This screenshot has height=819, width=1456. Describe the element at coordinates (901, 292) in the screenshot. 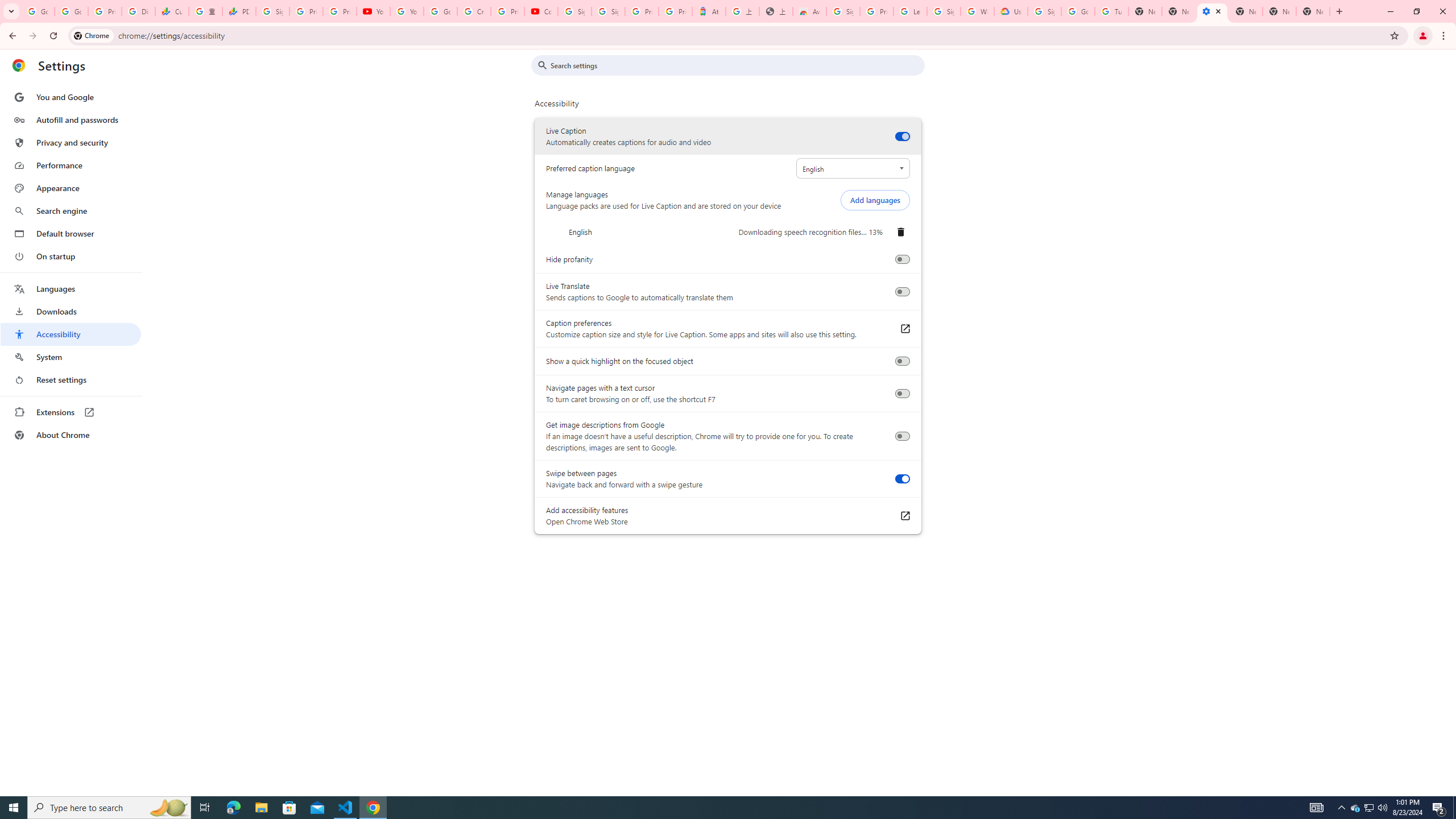

I see `'Live Translate'` at that location.